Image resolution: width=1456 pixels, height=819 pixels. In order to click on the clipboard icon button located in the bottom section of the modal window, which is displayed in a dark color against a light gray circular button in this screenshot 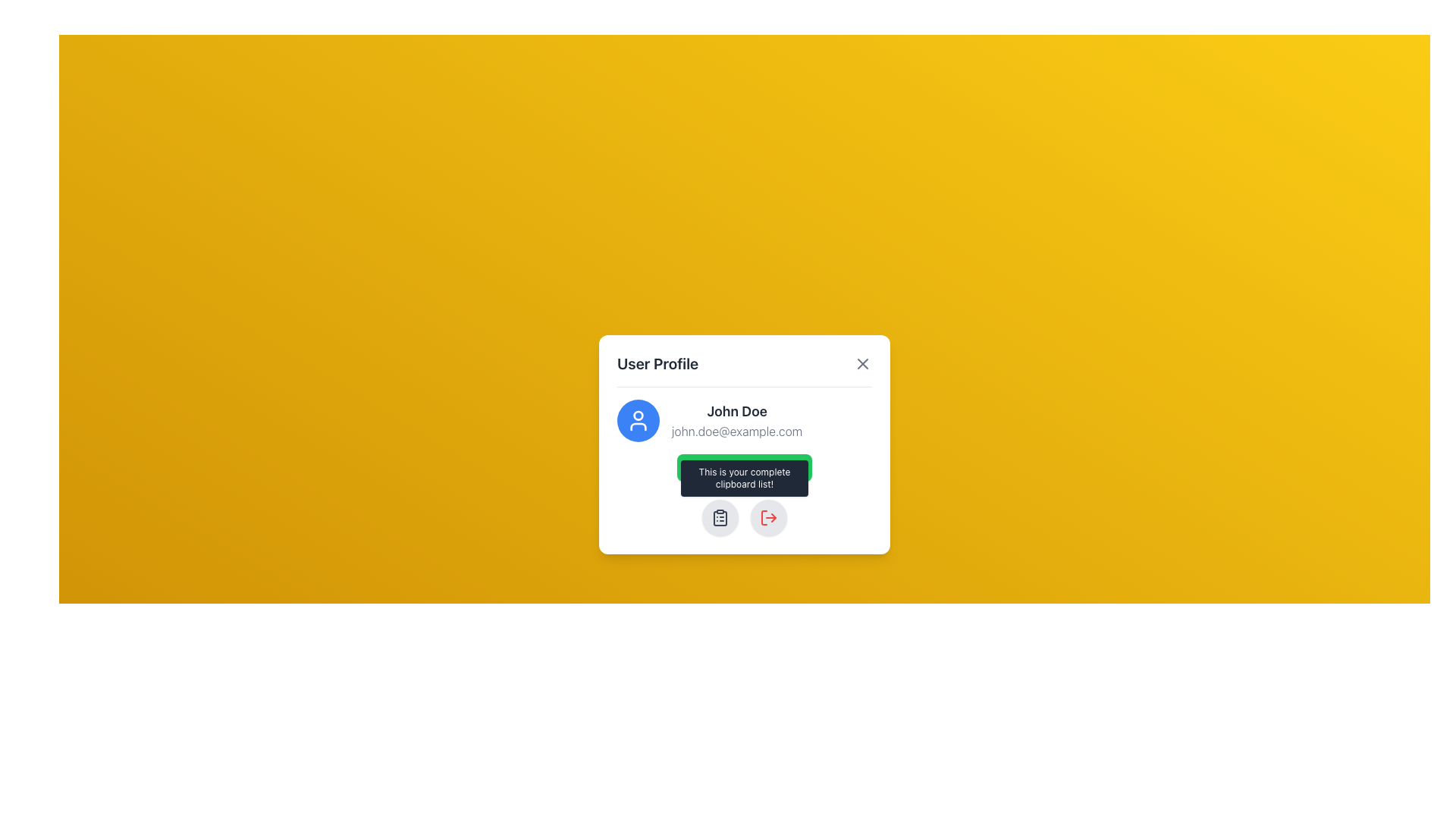, I will do `click(720, 516)`.